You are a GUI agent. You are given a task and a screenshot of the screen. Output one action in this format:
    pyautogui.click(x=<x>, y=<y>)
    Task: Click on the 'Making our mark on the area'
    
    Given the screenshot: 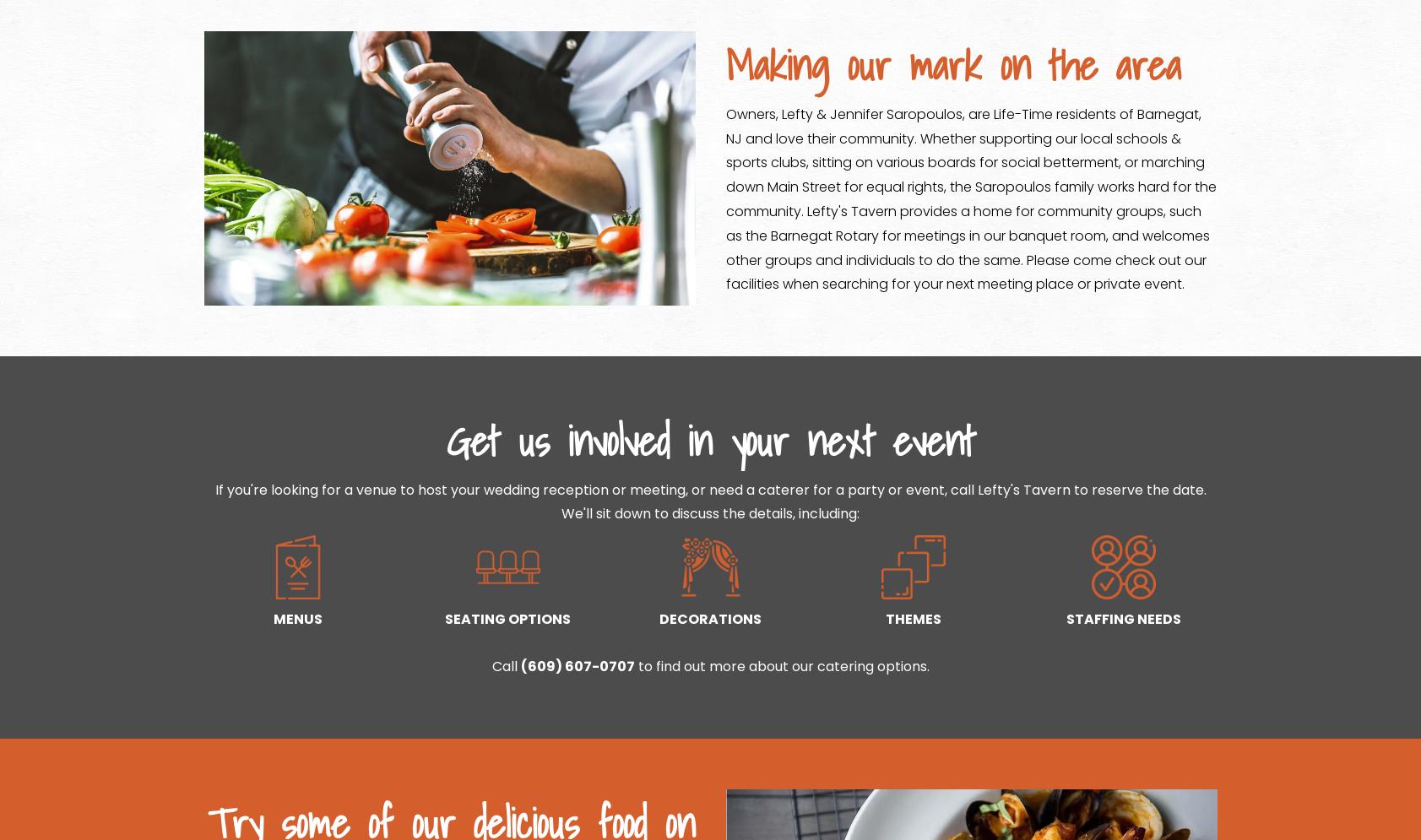 What is the action you would take?
    pyautogui.click(x=952, y=65)
    